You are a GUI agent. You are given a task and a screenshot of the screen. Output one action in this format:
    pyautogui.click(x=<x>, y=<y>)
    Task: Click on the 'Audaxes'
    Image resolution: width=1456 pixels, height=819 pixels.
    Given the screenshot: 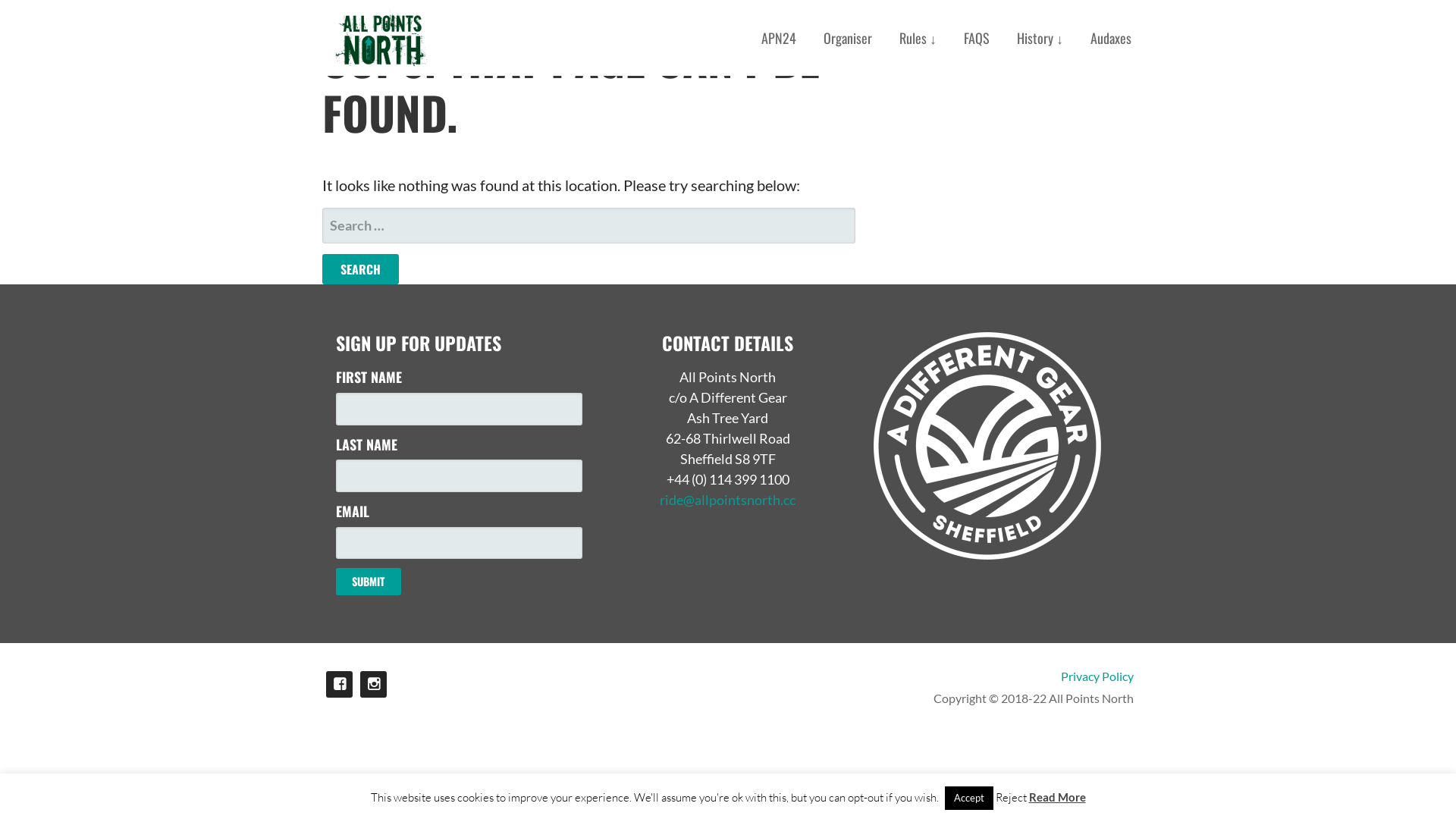 What is the action you would take?
    pyautogui.click(x=1110, y=37)
    